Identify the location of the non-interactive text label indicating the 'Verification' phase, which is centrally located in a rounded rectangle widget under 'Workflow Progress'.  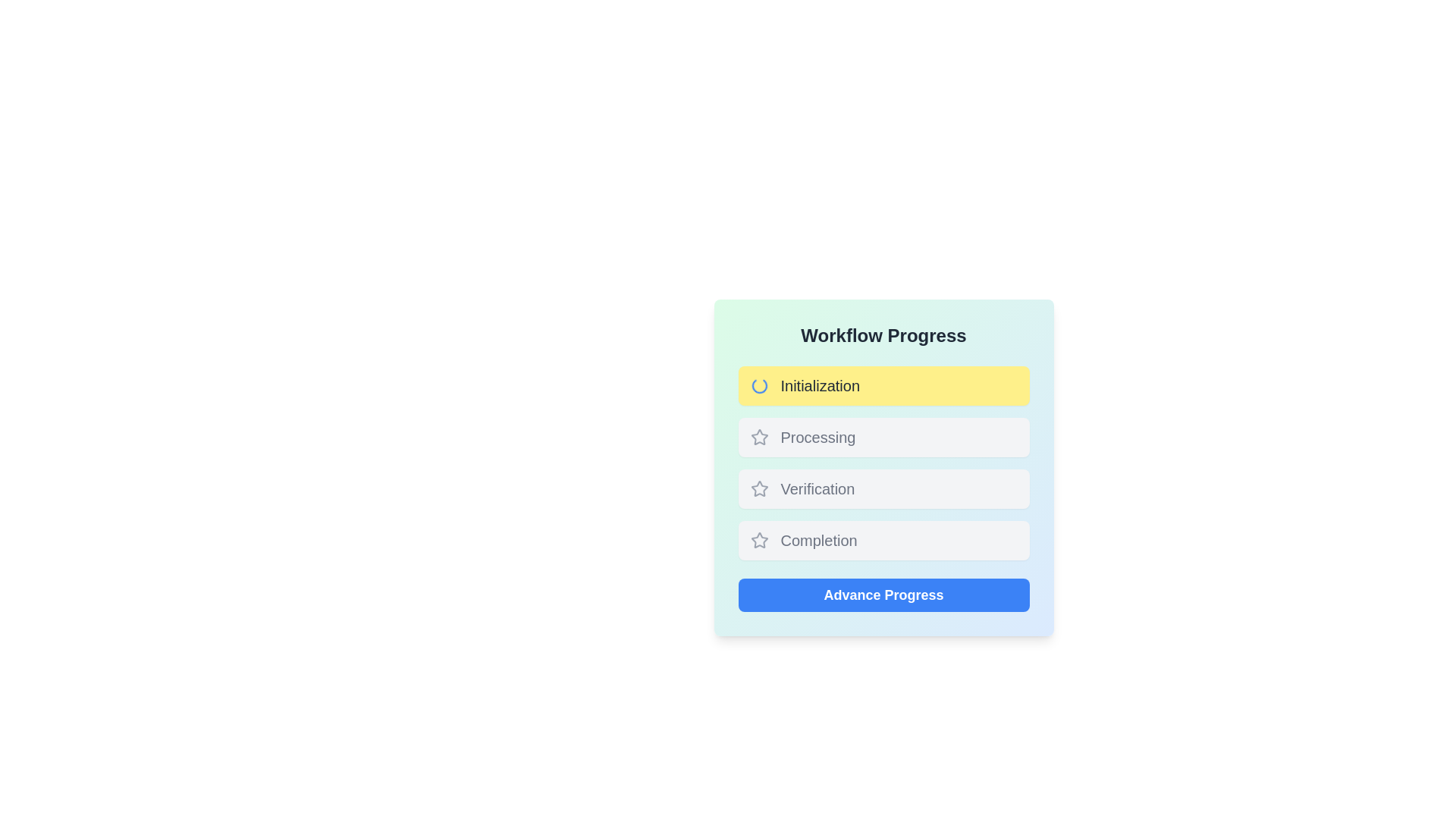
(817, 488).